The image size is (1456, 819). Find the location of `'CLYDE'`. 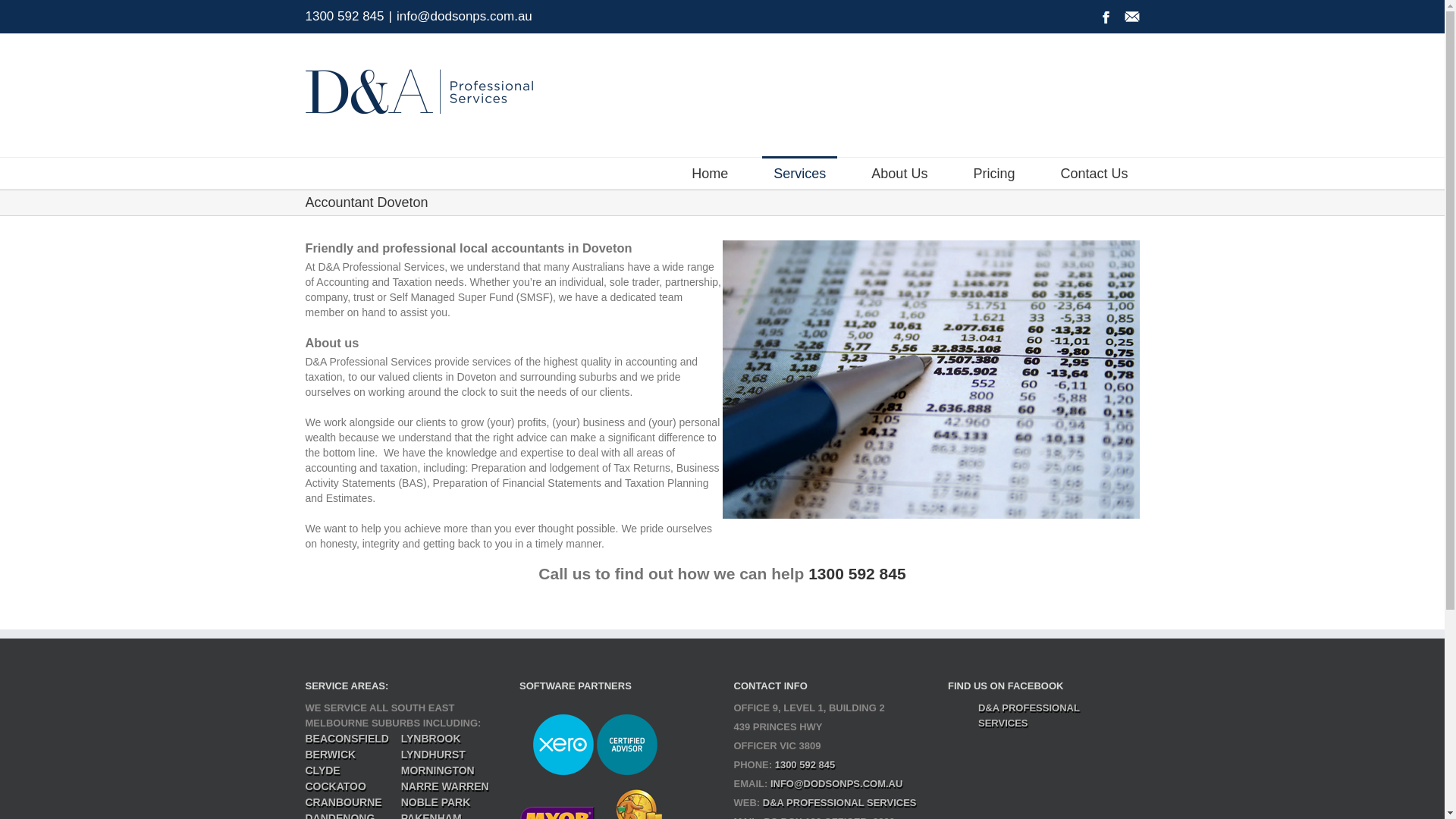

'CLYDE' is located at coordinates (322, 770).